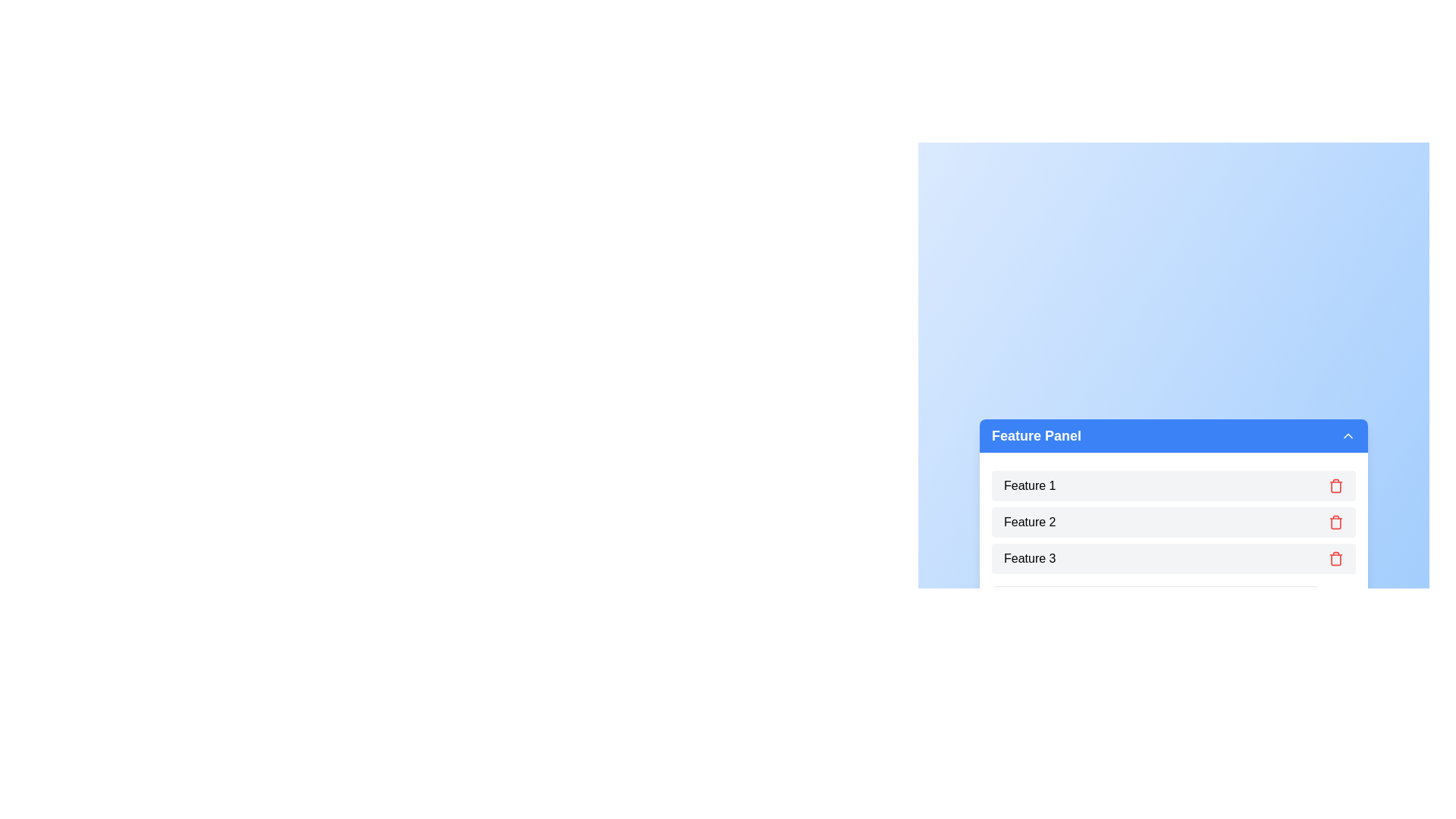  I want to click on the 'Feature 2' text label, which is the second item in the vertical list under the 'Feature Panel' header, displayed in a light gray box, so click(1030, 522).